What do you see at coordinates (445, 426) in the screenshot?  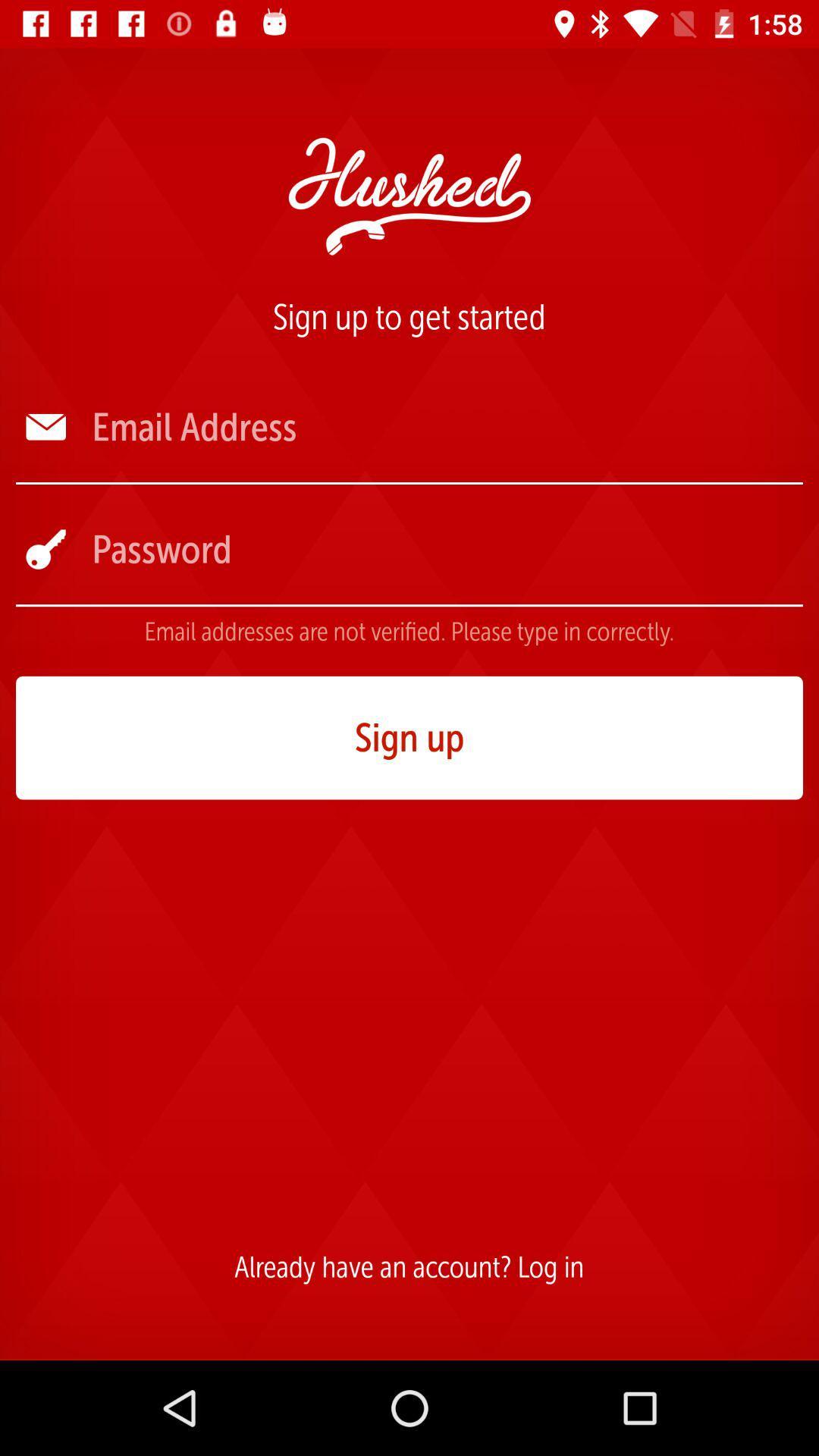 I see `the icon below the sign up to` at bounding box center [445, 426].